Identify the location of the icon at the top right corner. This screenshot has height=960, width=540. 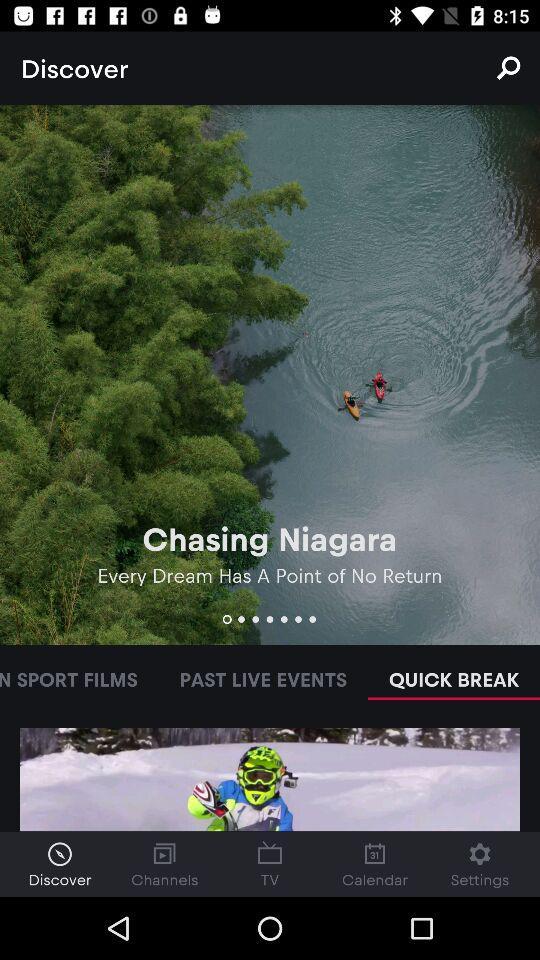
(508, 68).